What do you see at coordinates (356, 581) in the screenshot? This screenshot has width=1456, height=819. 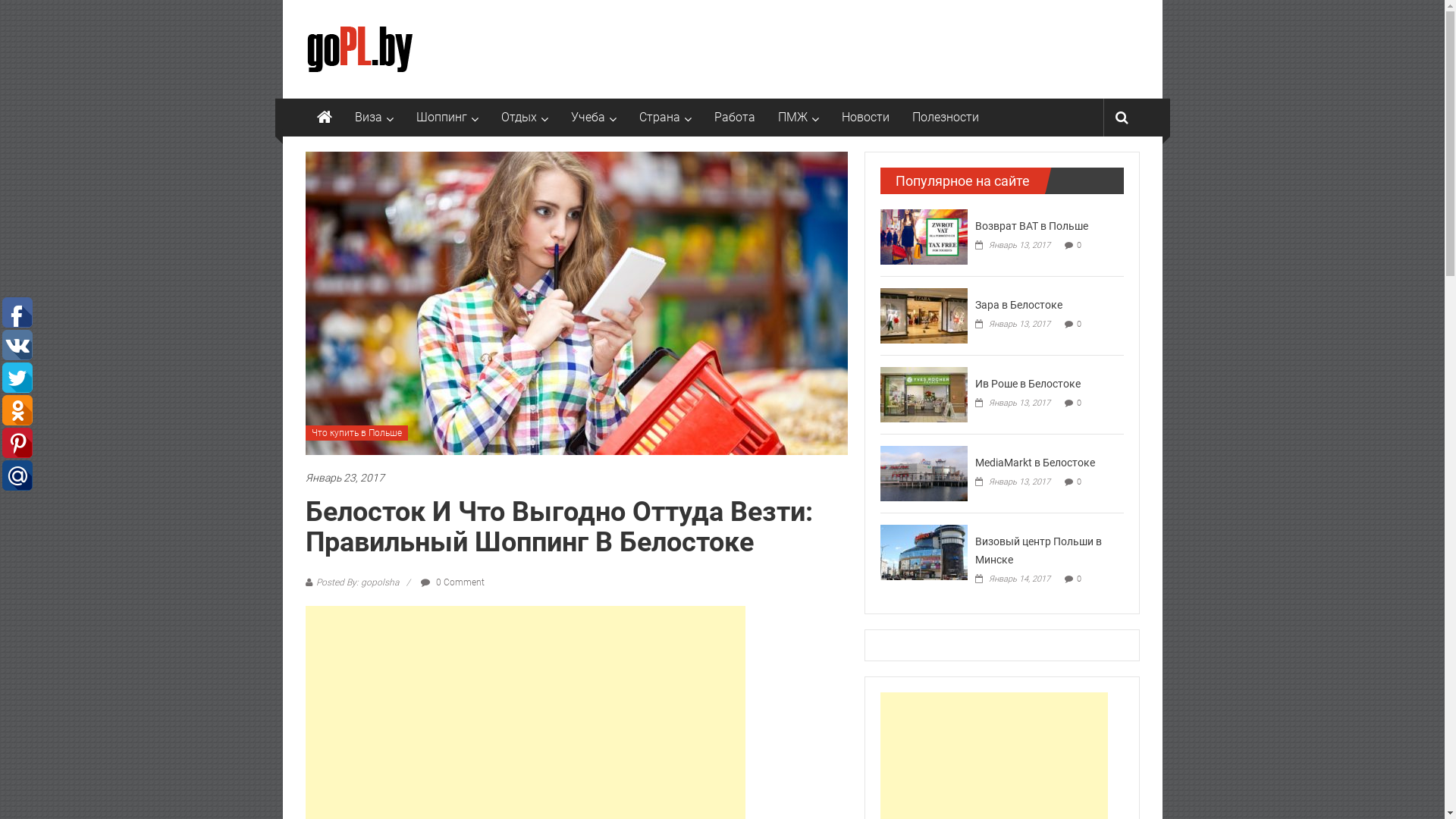 I see `'Posted By: gopolsha'` at bounding box center [356, 581].